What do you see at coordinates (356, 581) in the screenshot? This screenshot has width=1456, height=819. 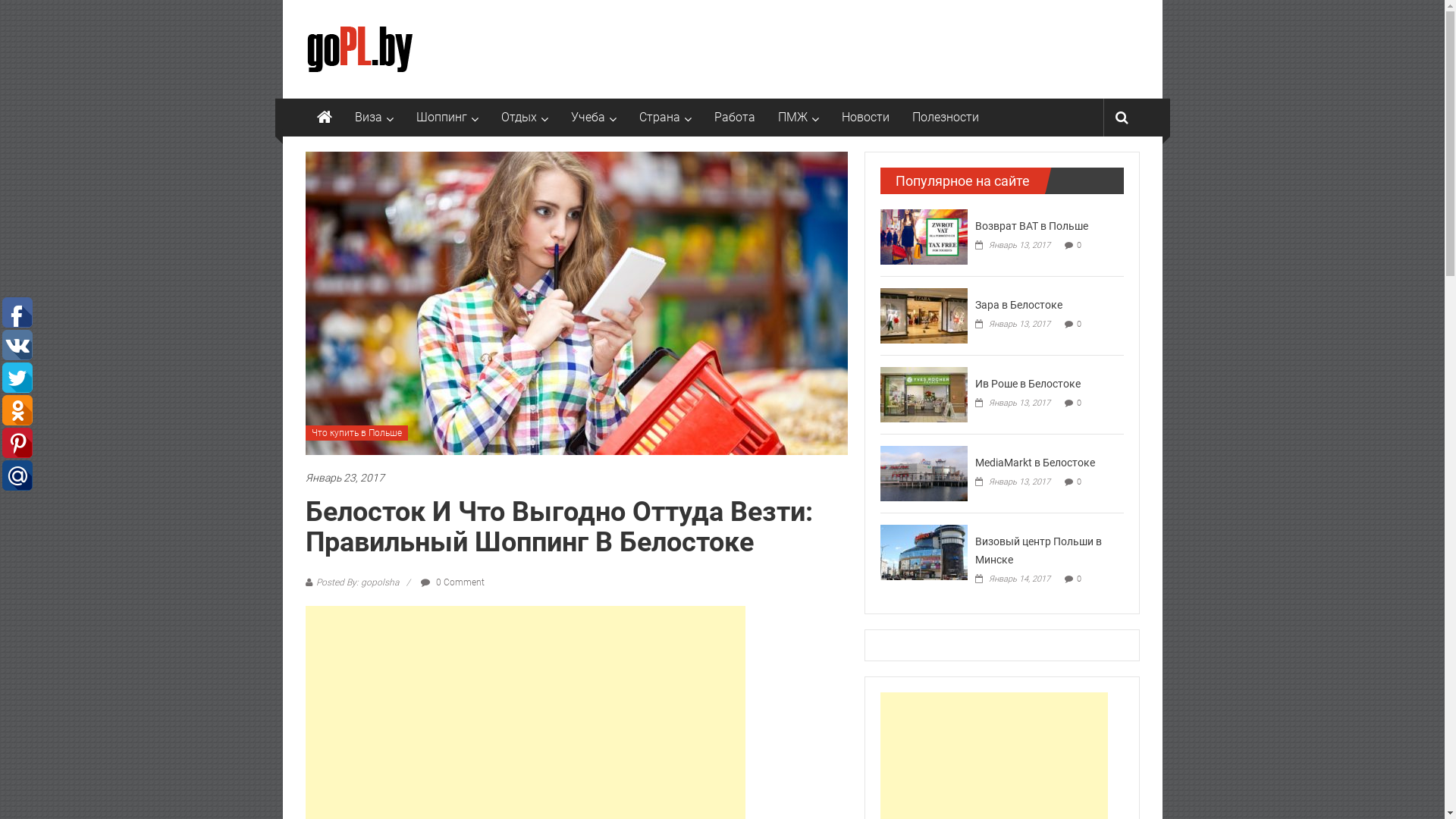 I see `'Posted By: gopolsha'` at bounding box center [356, 581].